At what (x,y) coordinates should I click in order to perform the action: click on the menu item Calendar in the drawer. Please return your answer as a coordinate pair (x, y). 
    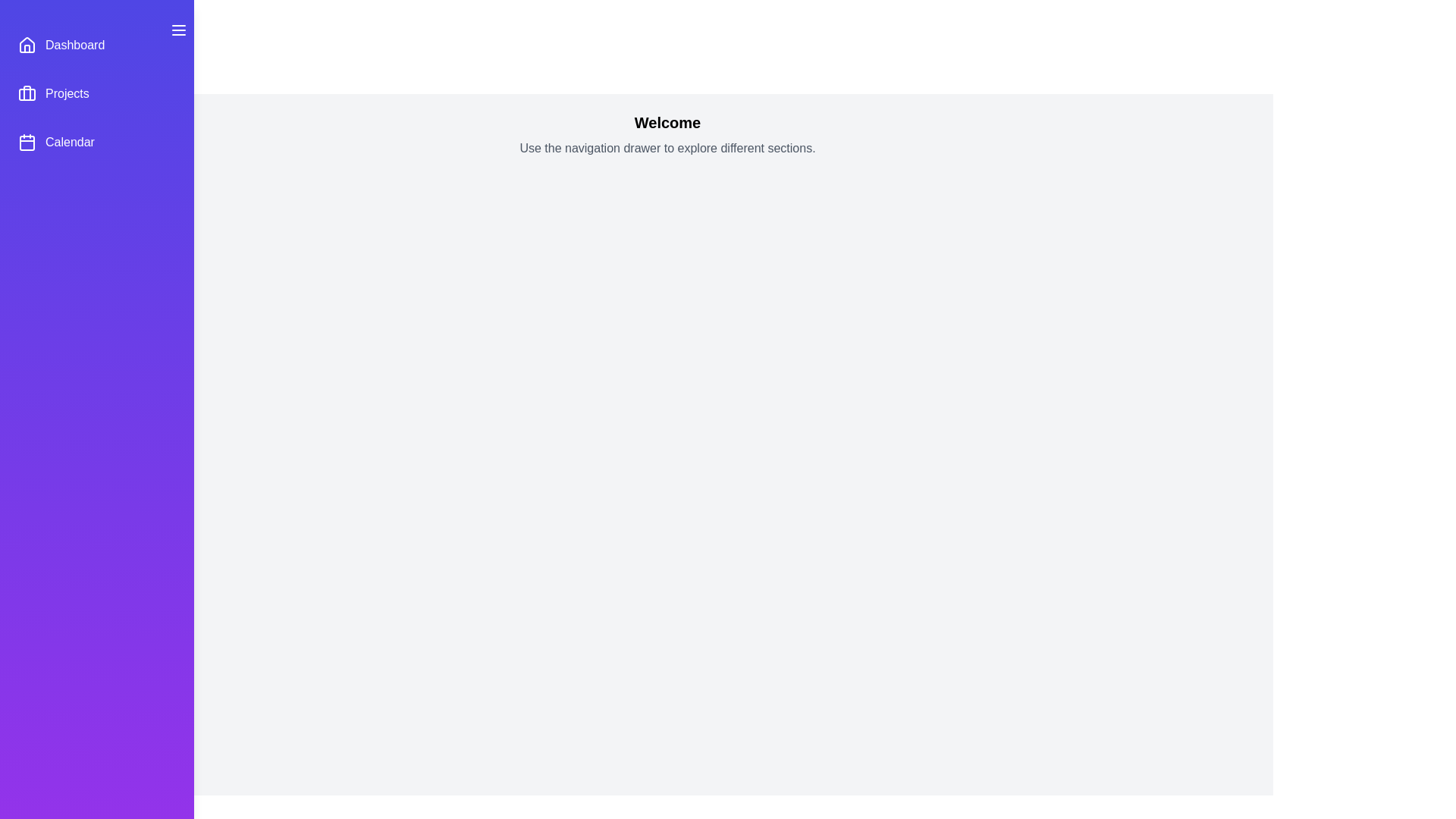
    Looking at the image, I should click on (96, 143).